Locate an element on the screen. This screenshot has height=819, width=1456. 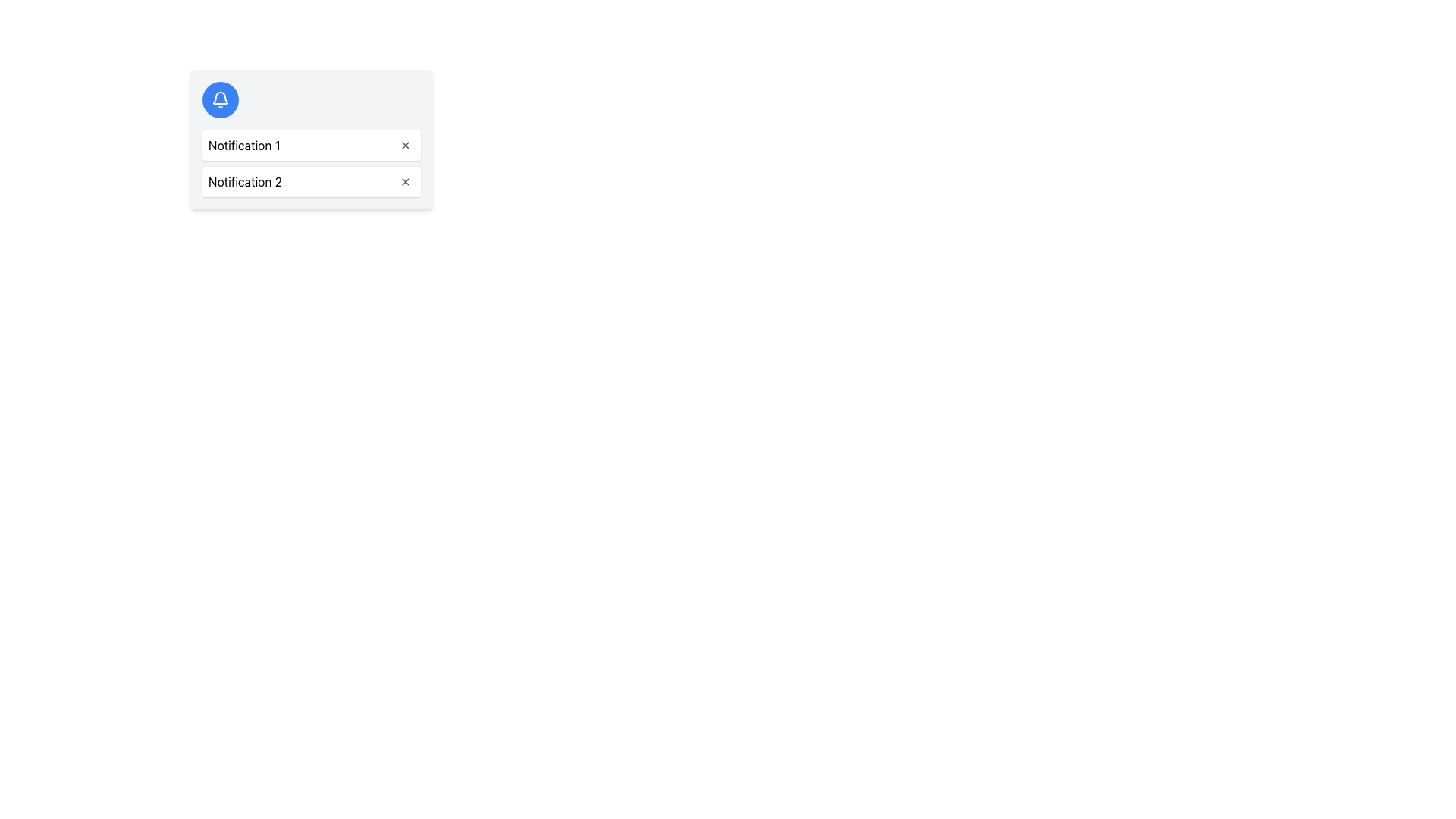
text content of the label displaying 'Notification 2', which is located in the lower section of the notification area beneath 'Notification 1' is located at coordinates (245, 180).